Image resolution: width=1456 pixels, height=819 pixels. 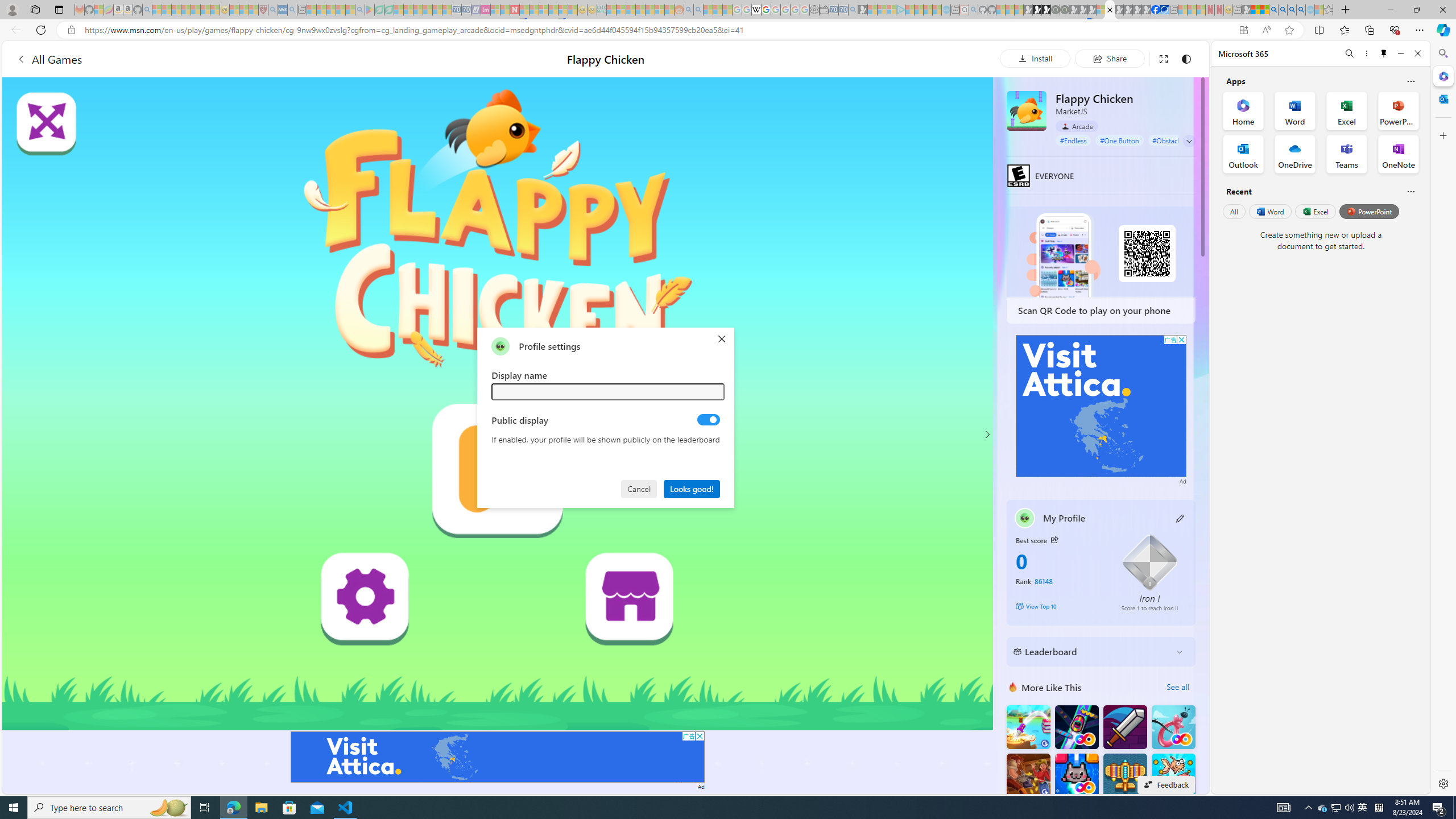 What do you see at coordinates (1272, 9) in the screenshot?
I see `'Bing AI - Search'` at bounding box center [1272, 9].